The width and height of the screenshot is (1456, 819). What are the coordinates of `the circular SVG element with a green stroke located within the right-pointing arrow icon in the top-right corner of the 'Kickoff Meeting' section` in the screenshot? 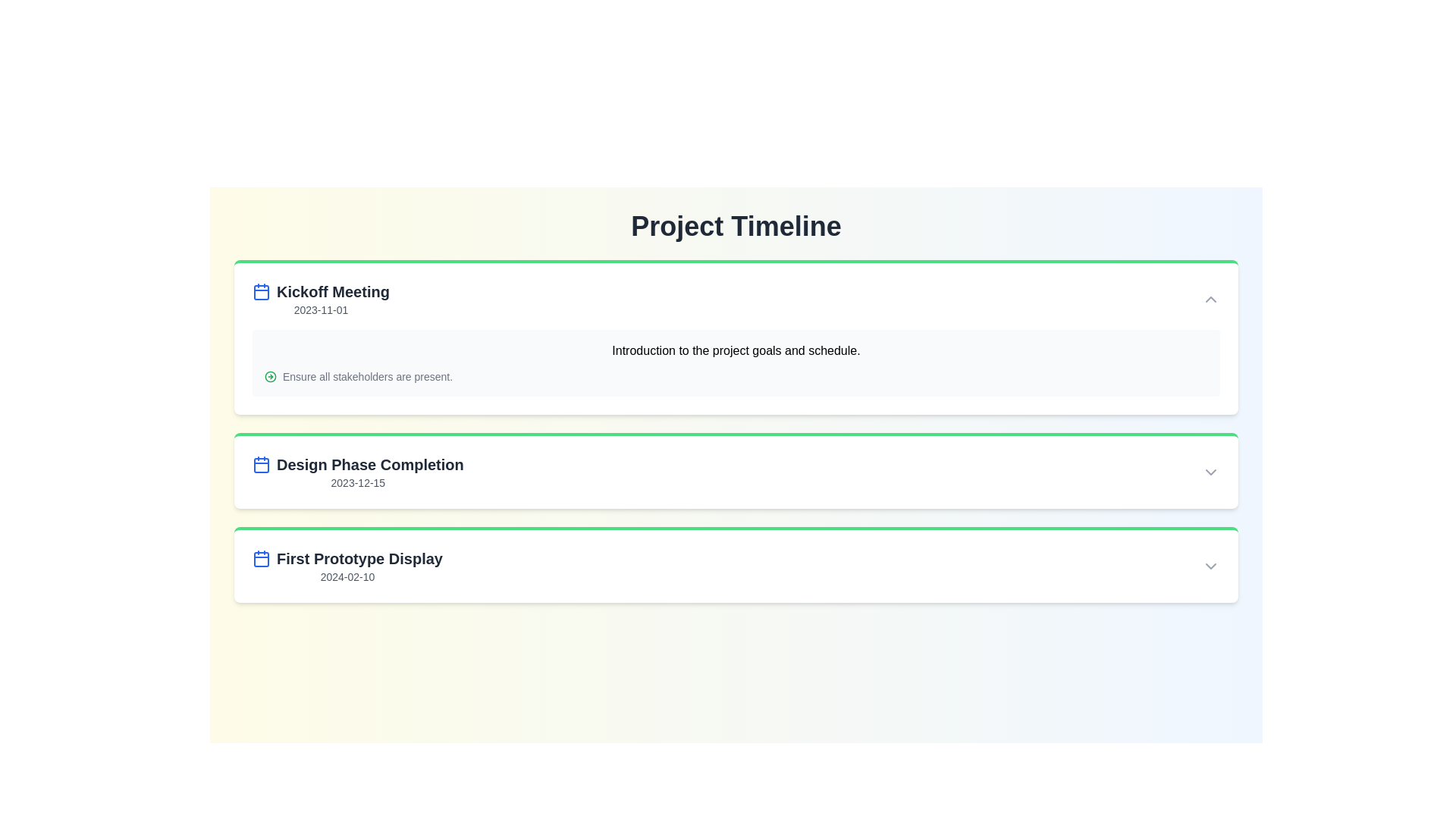 It's located at (270, 376).